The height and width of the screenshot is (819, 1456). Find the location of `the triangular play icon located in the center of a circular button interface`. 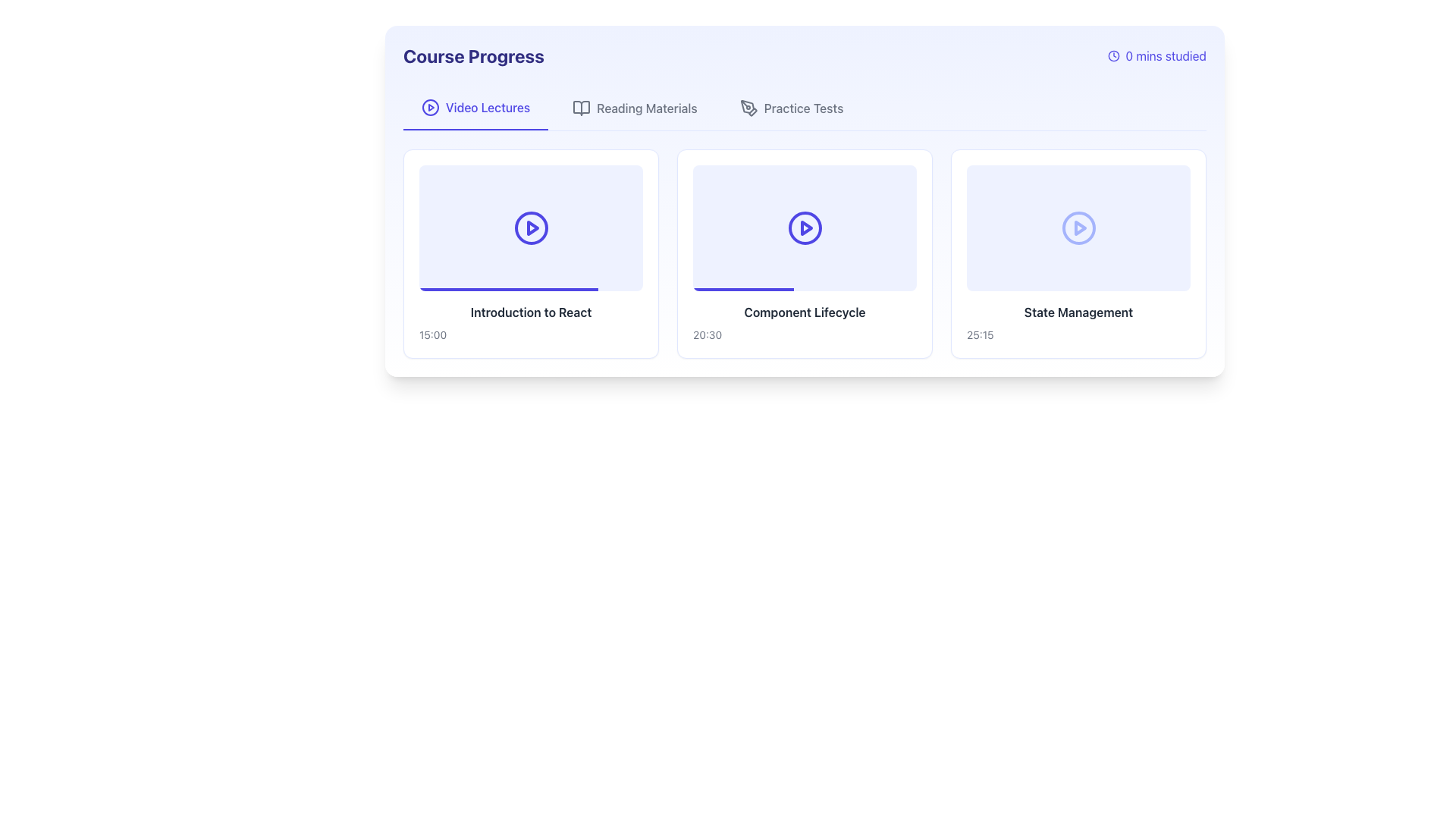

the triangular play icon located in the center of a circular button interface is located at coordinates (1079, 227).